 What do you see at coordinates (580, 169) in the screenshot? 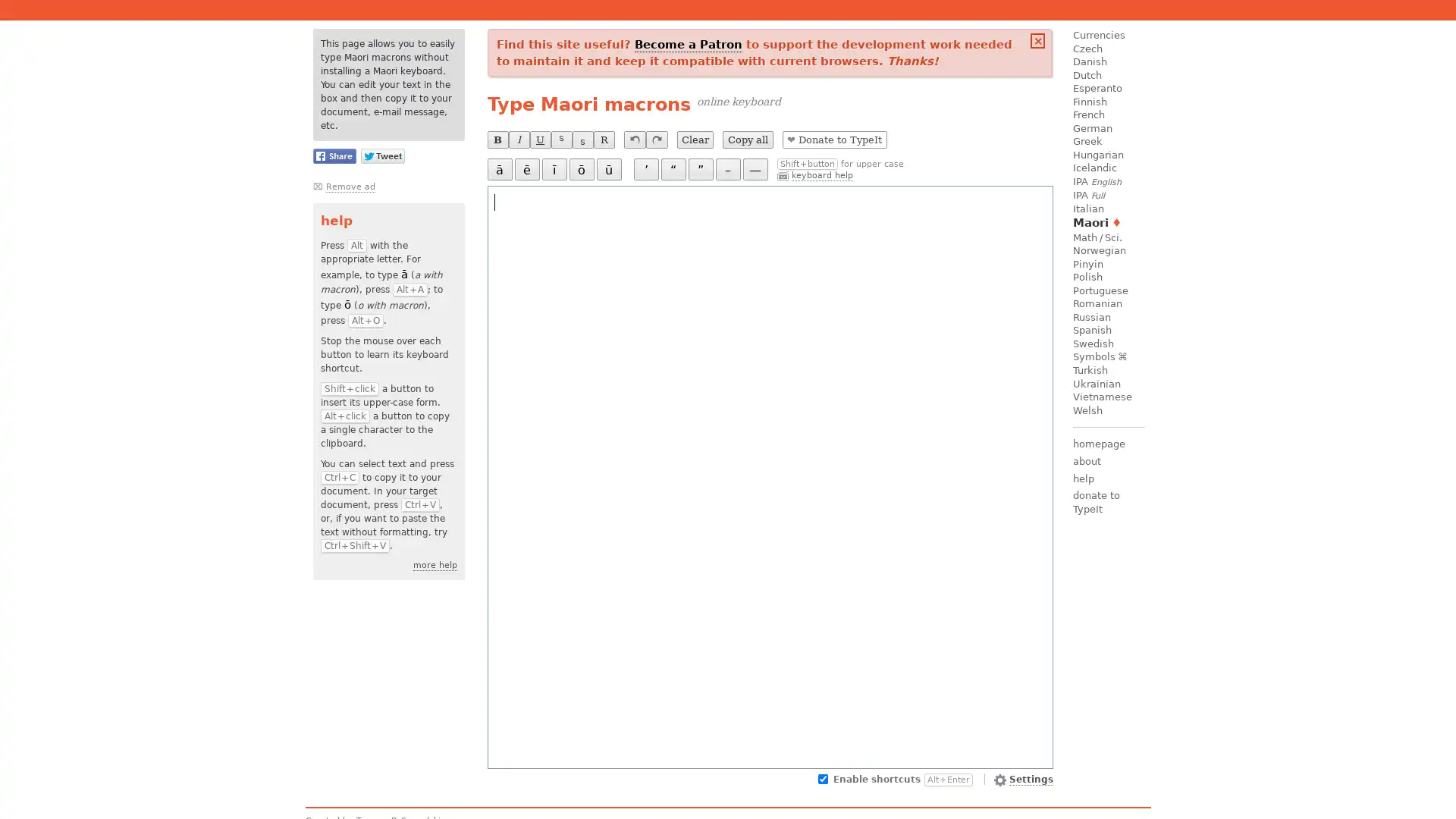
I see `o` at bounding box center [580, 169].